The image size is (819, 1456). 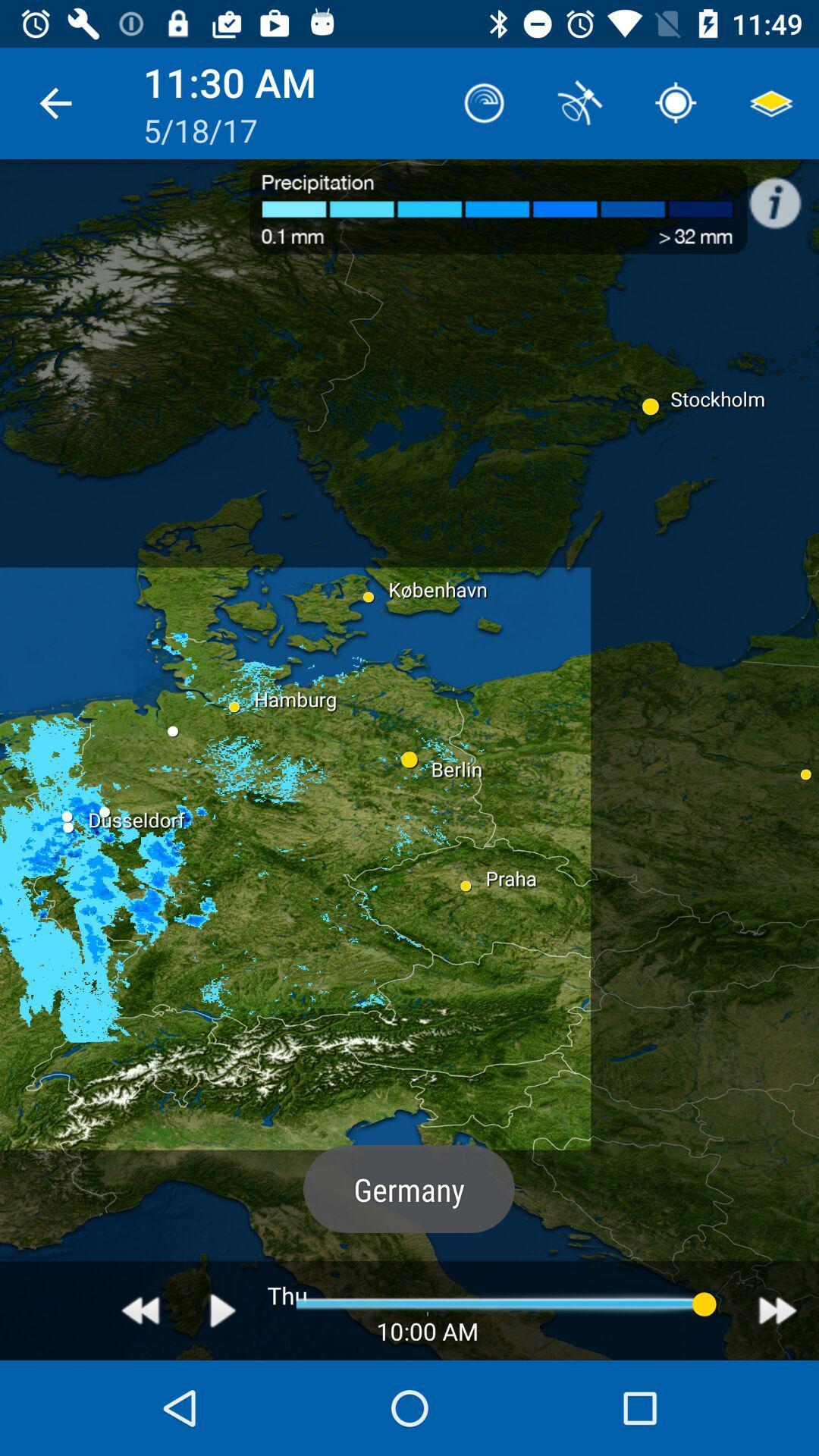 What do you see at coordinates (783, 194) in the screenshot?
I see `show information` at bounding box center [783, 194].